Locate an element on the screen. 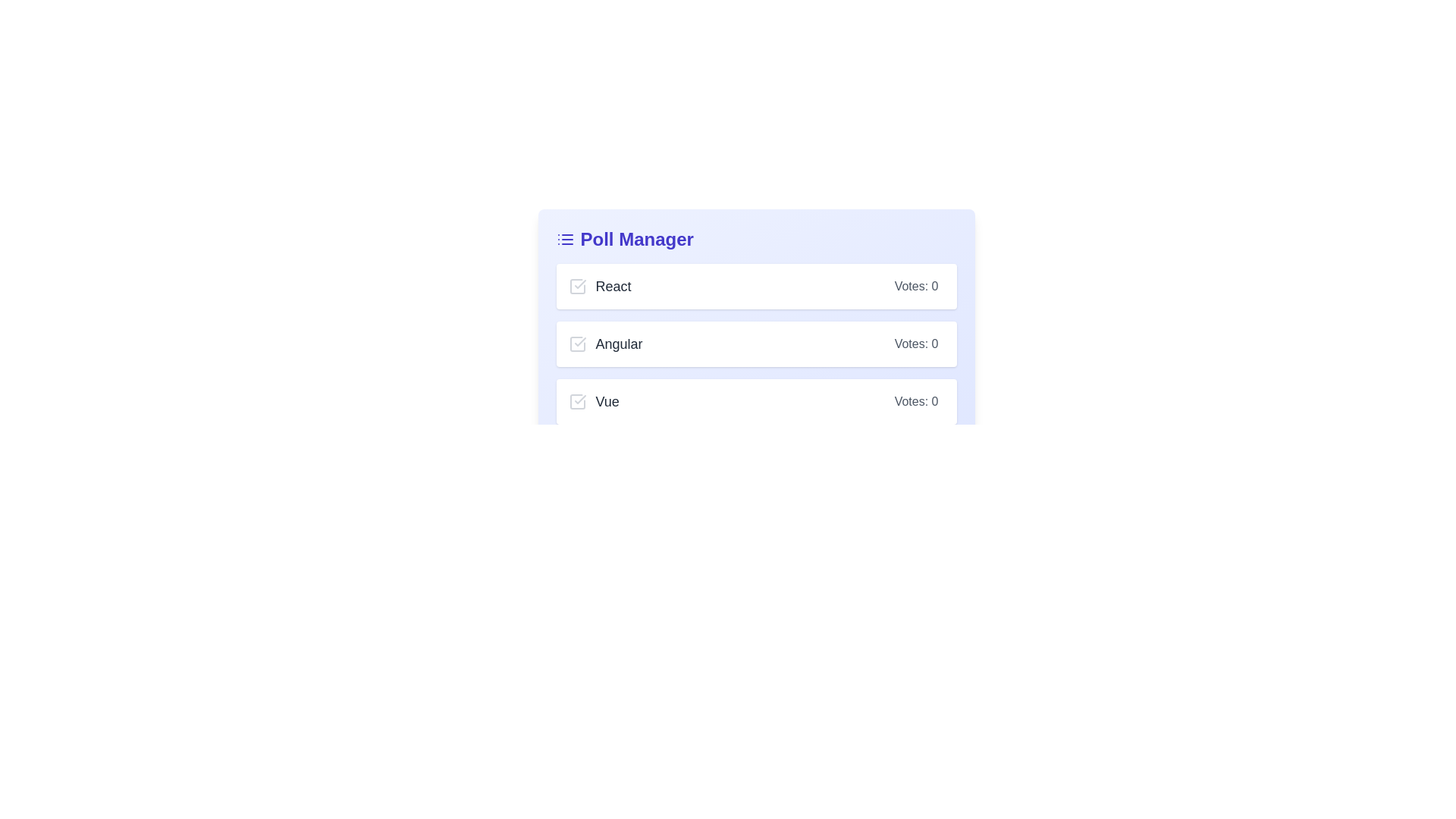  the list layout icon located in the top-left corner of the 'Poll Manager' section, to the left of the 'Poll Manager' text header is located at coordinates (564, 239).